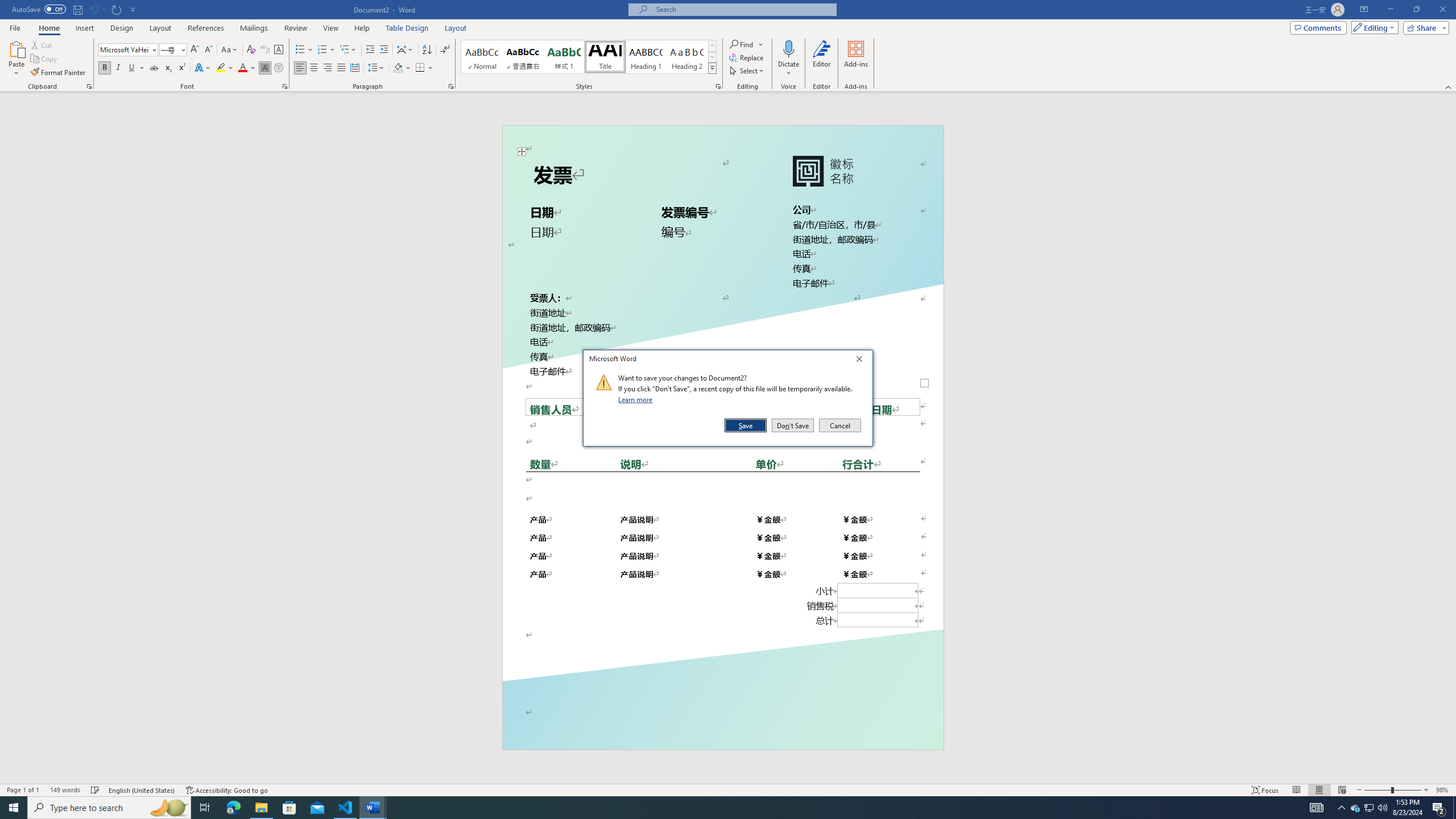 This screenshot has width=1456, height=819. I want to click on 'AutomationID: QuickStylesGallery', so click(589, 56).